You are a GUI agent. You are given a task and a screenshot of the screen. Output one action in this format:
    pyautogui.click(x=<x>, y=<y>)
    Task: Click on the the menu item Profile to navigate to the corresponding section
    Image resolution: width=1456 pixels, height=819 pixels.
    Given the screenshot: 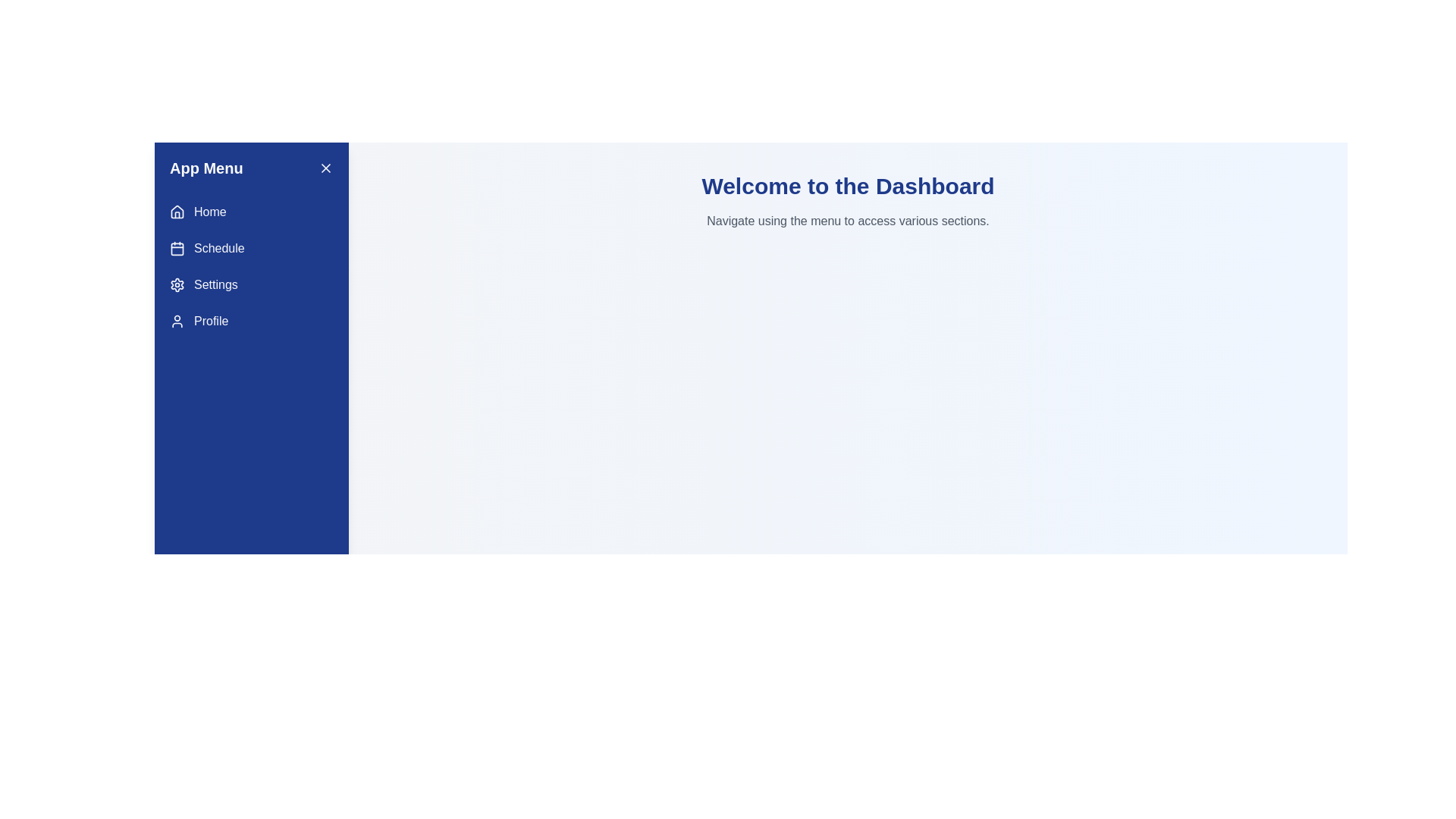 What is the action you would take?
    pyautogui.click(x=251, y=321)
    